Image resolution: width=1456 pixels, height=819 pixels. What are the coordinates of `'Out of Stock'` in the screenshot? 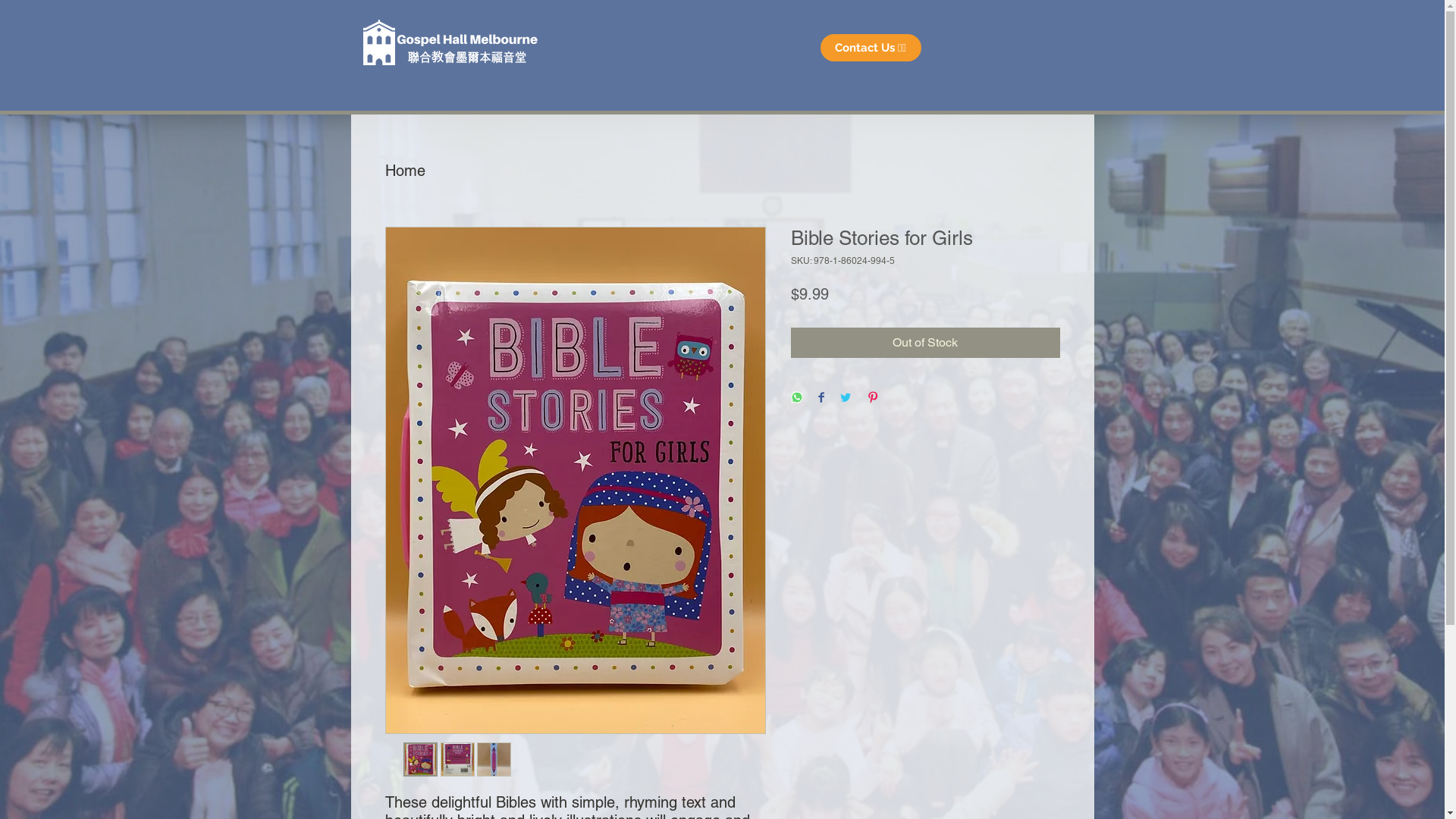 It's located at (924, 342).